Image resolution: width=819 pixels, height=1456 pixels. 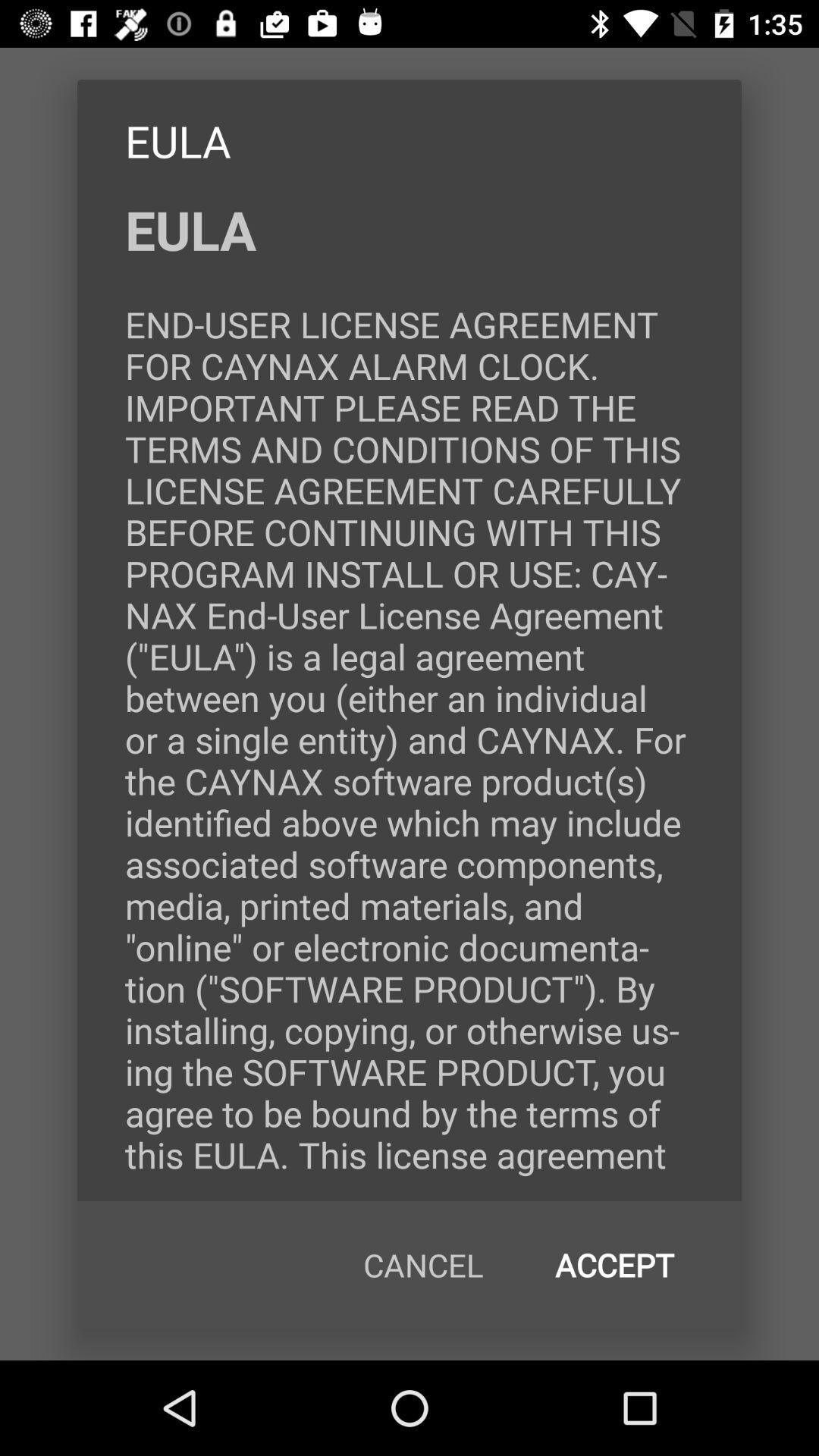 I want to click on icon to the left of accept icon, so click(x=423, y=1265).